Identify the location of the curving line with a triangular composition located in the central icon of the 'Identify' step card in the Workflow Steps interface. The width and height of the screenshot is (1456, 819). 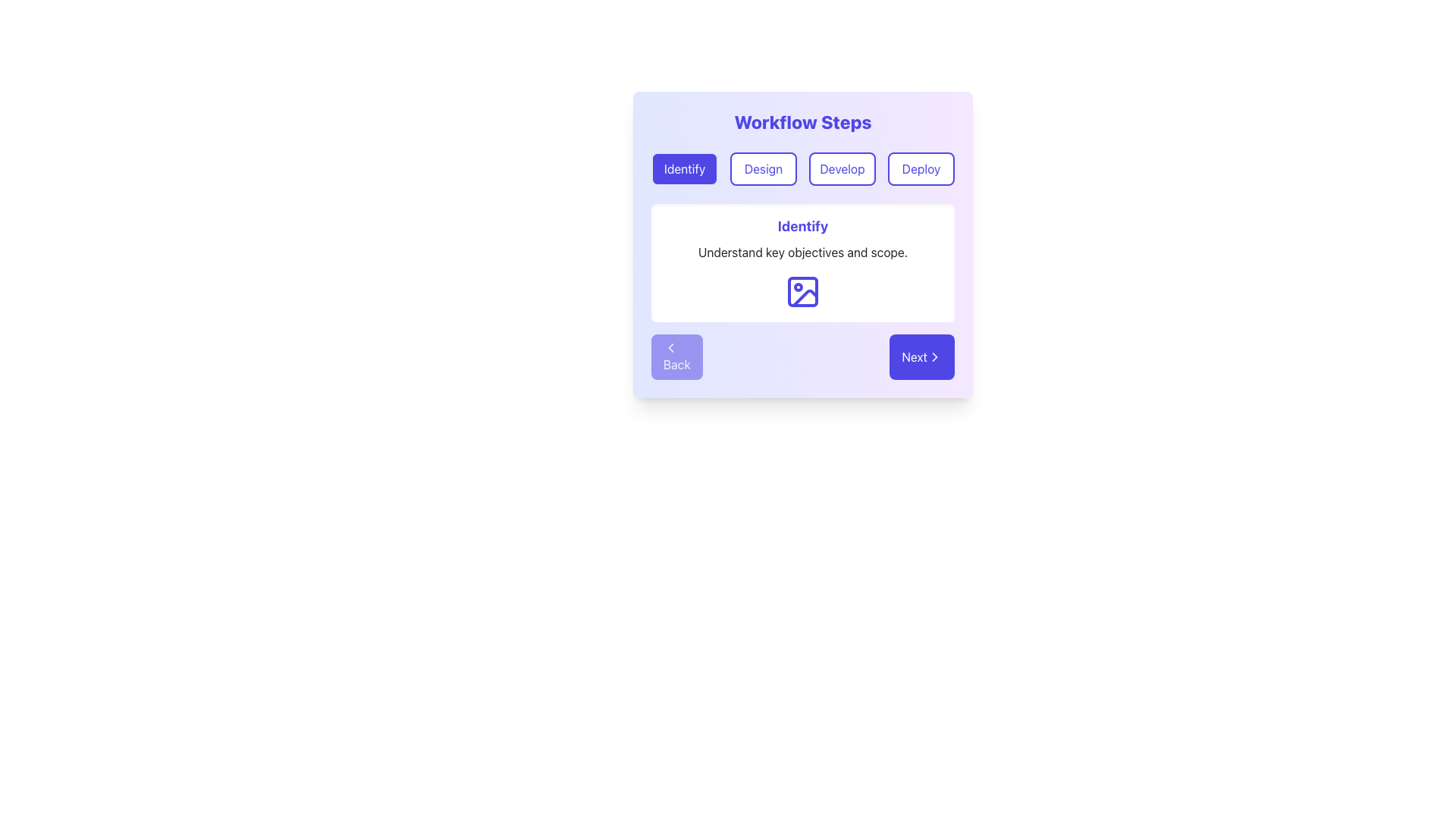
(804, 298).